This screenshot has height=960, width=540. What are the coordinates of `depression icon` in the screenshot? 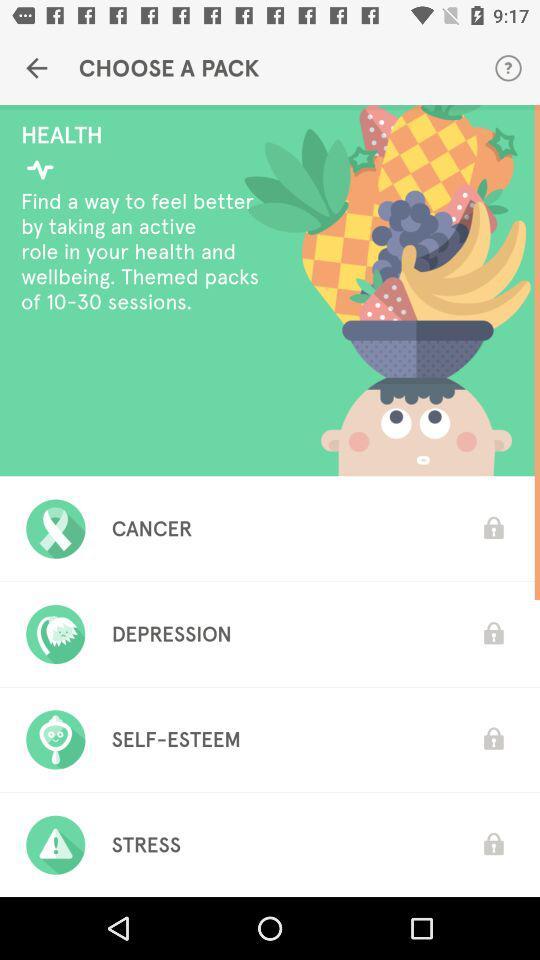 It's located at (171, 633).